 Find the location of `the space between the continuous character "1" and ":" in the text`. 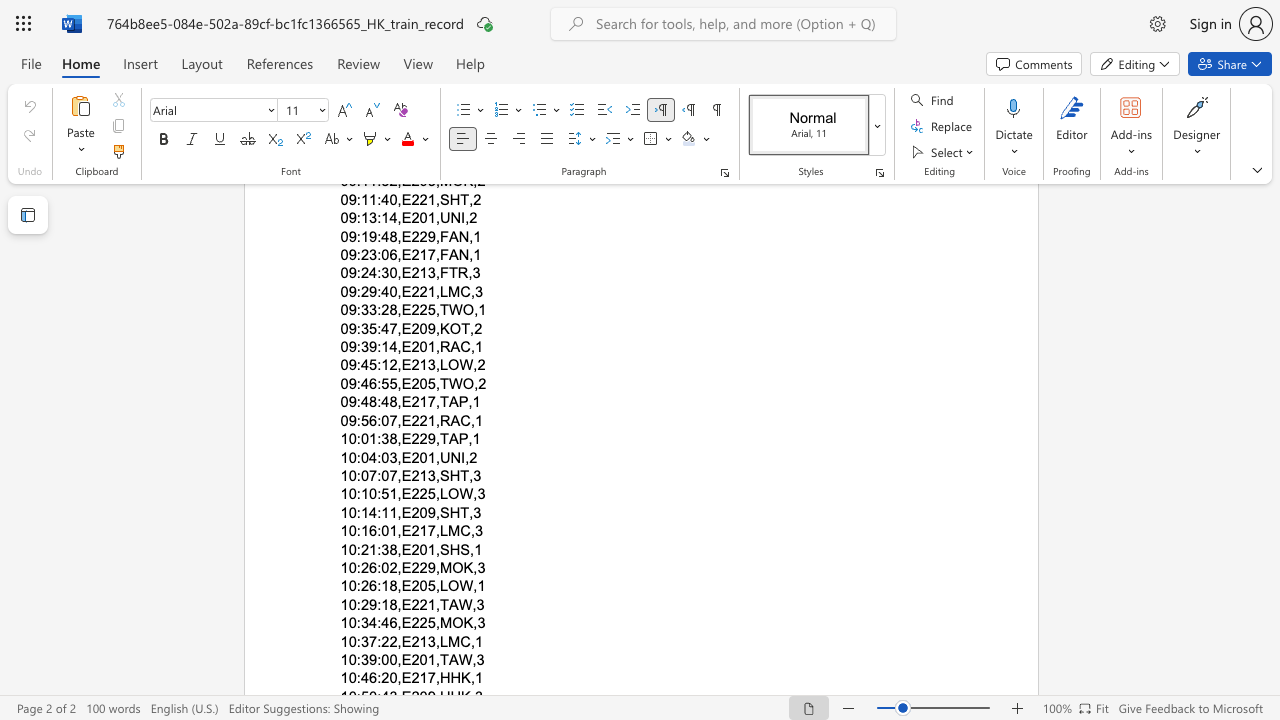

the space between the continuous character "1" and ":" in the text is located at coordinates (376, 549).